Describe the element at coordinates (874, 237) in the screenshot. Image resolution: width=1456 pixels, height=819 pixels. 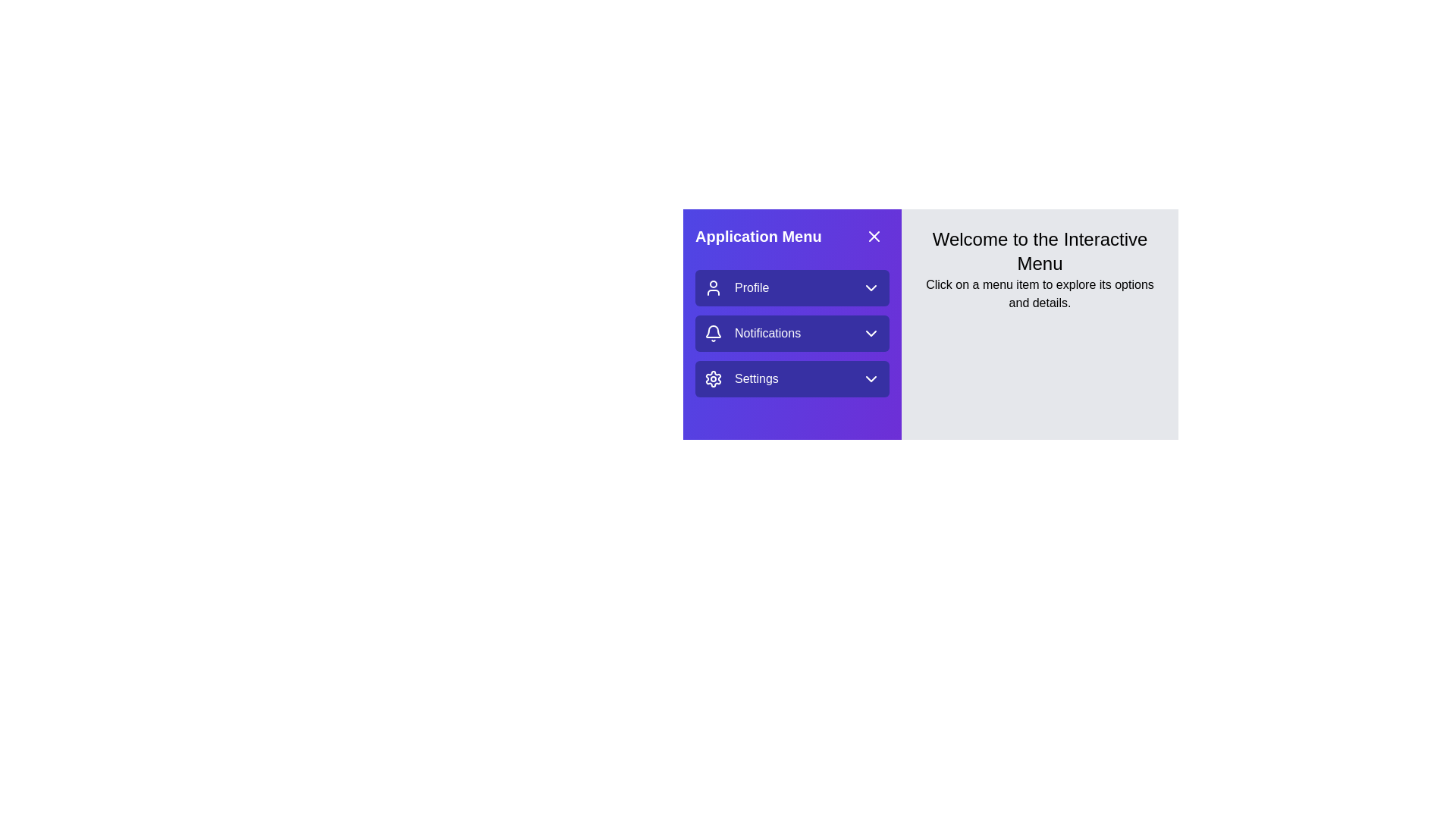
I see `the 'X' icon button located at the top-right corner of the purple section labeled 'Application Menu' to interact with it` at that location.